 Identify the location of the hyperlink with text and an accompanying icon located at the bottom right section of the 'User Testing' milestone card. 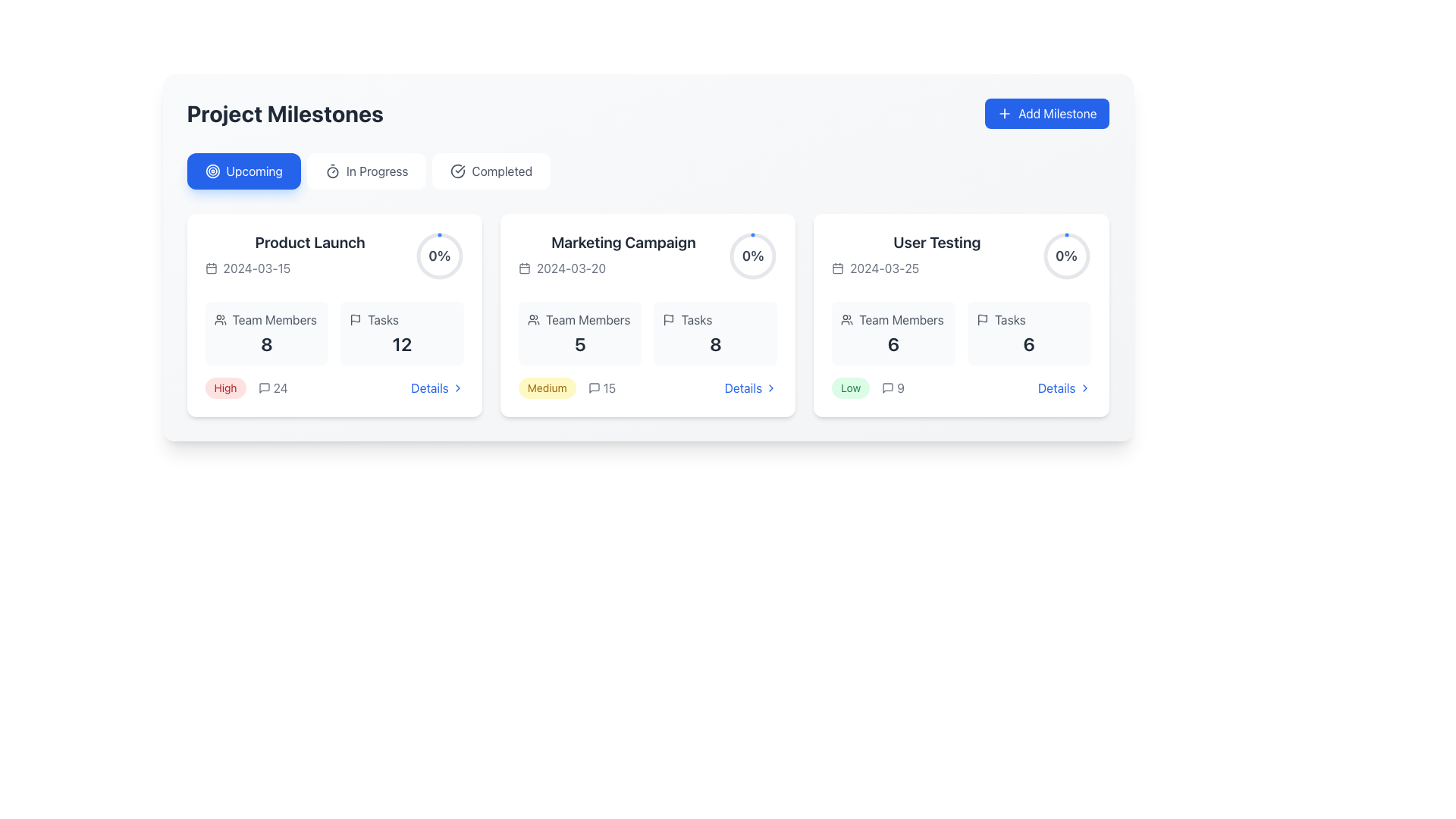
(1063, 388).